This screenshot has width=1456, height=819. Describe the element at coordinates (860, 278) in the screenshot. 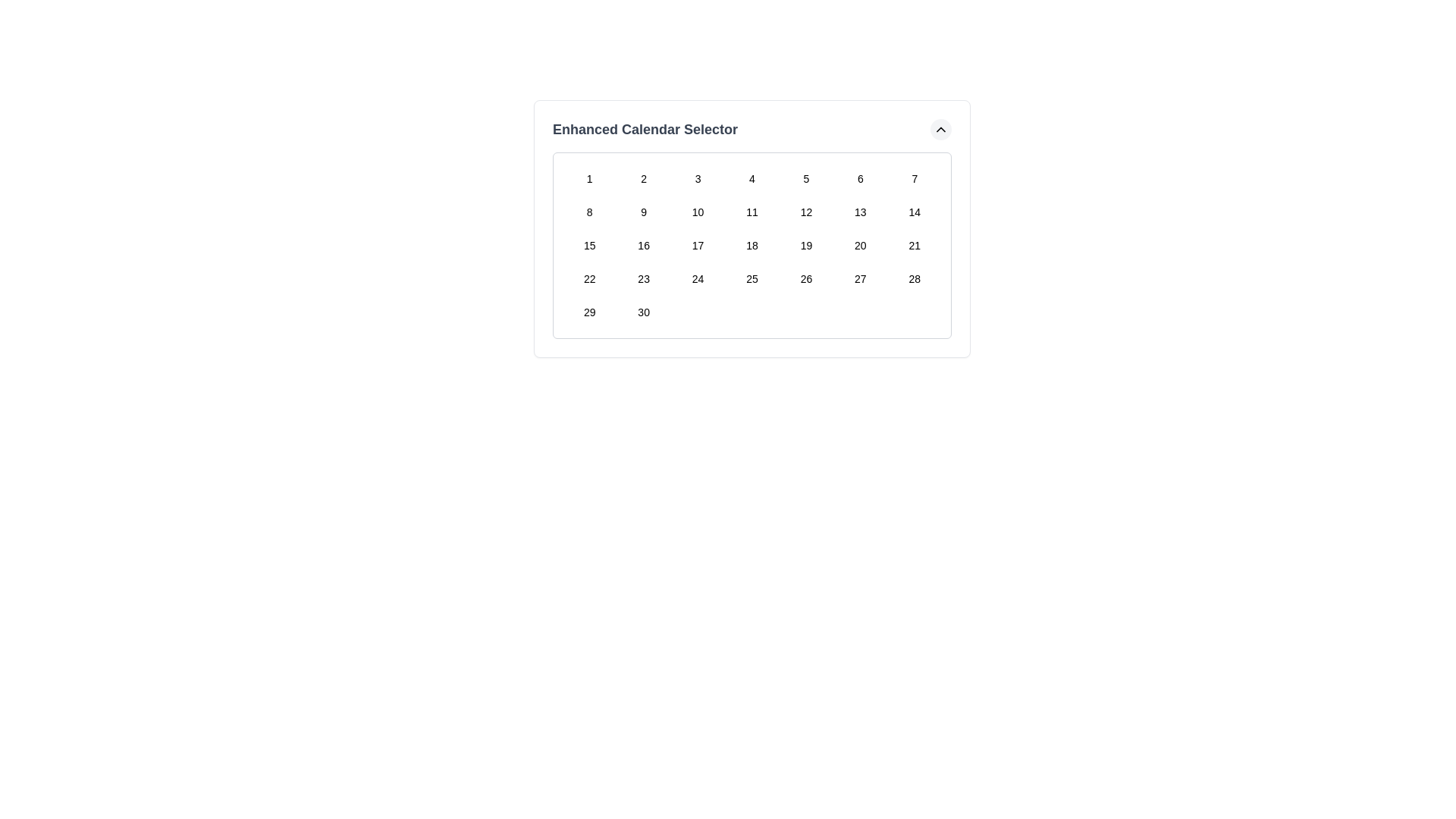

I see `the button representing the date '27' in the 'Enhanced Calendar Selector'` at that location.